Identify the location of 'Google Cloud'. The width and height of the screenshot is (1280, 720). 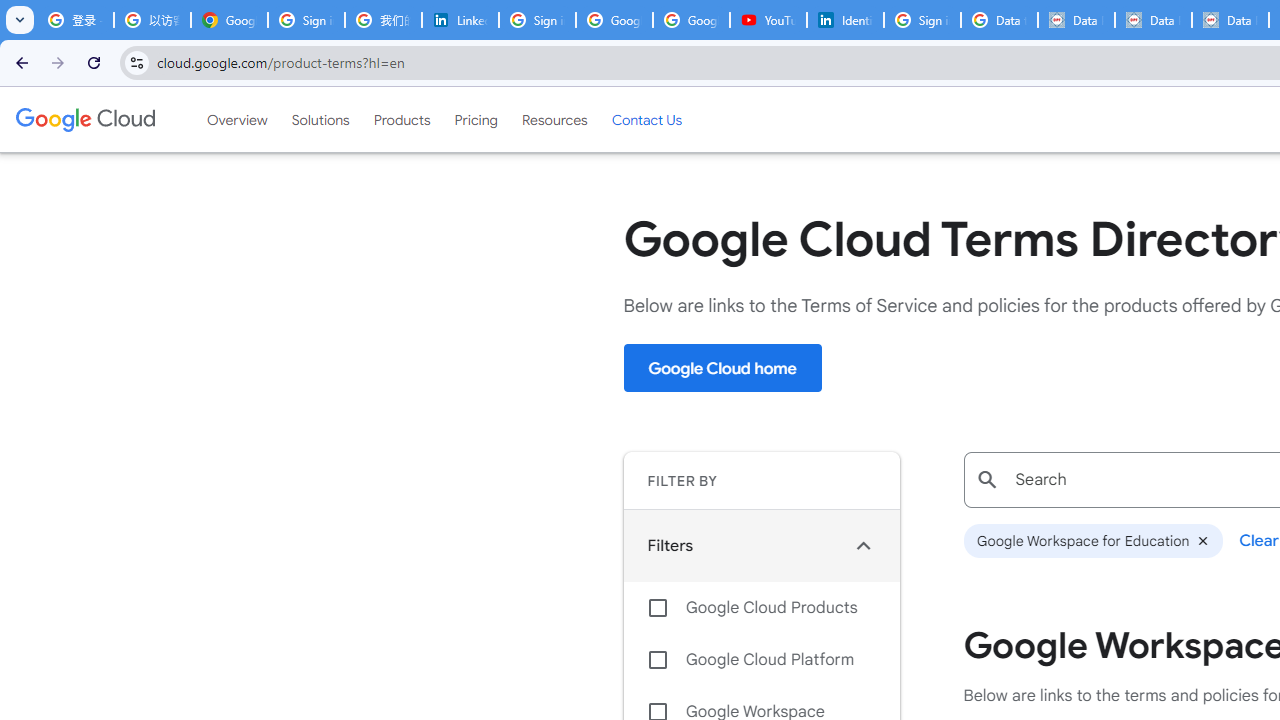
(84, 119).